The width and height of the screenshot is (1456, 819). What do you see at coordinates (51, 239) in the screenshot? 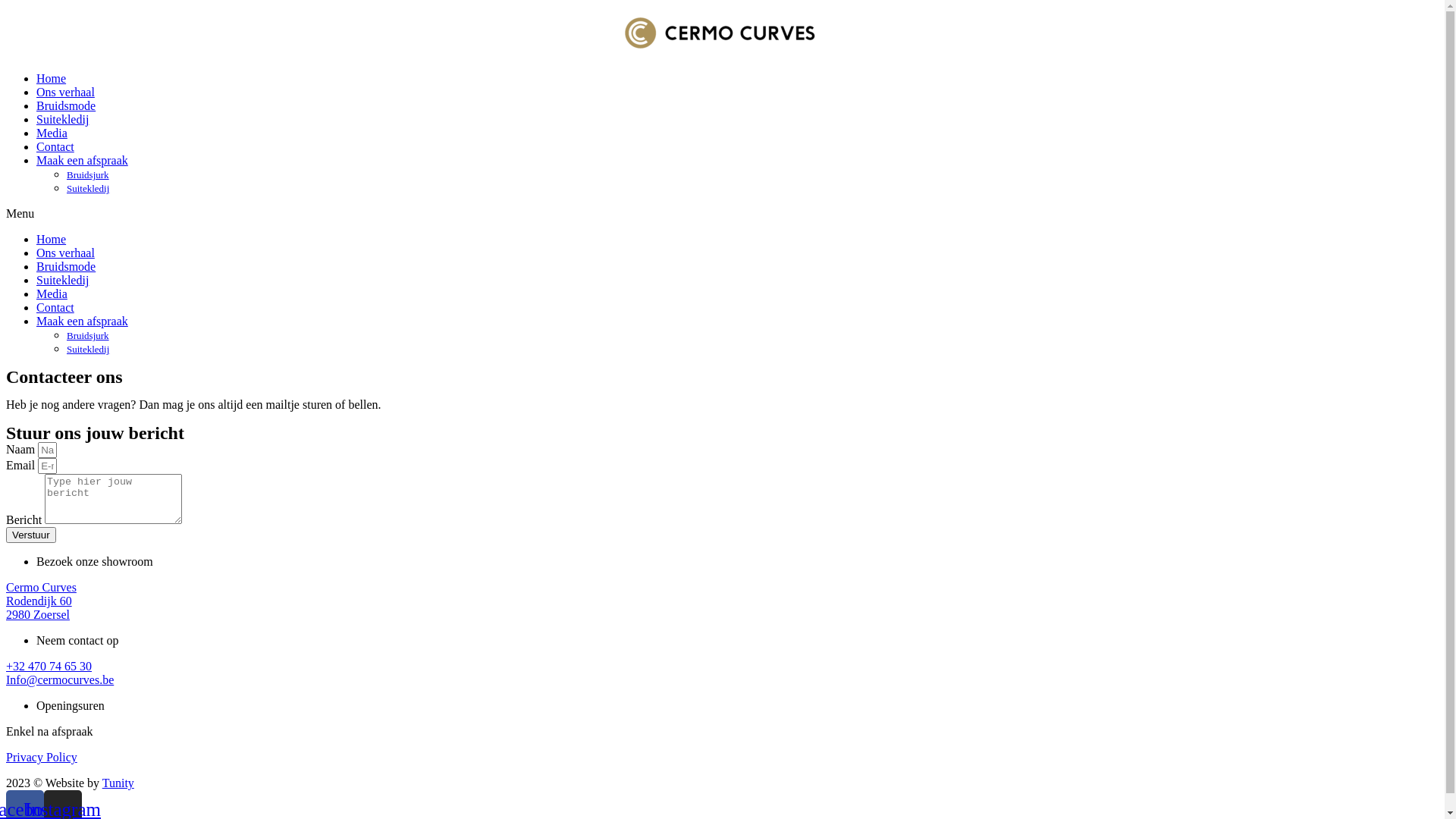
I see `'Home'` at bounding box center [51, 239].